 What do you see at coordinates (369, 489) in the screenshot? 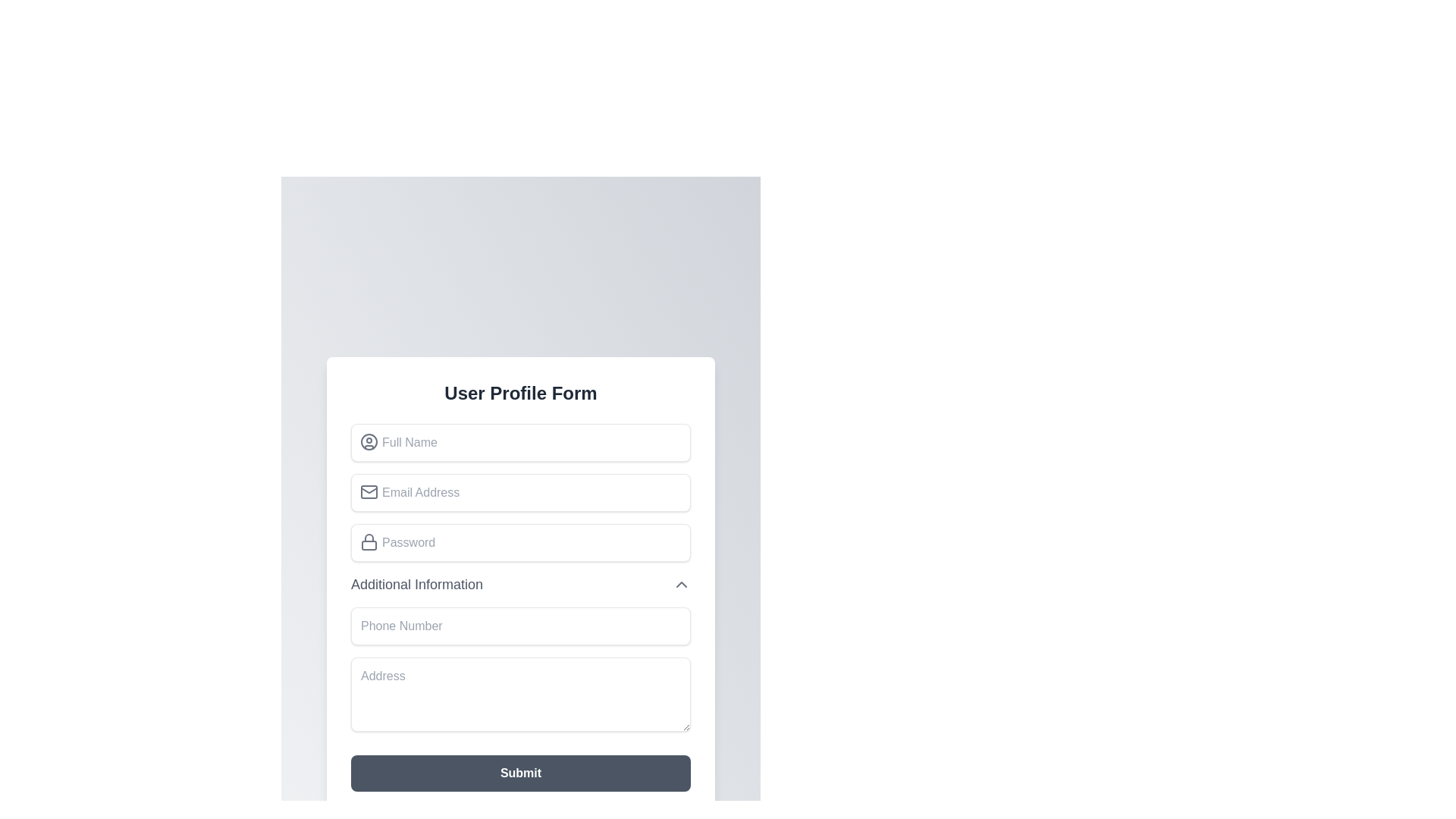
I see `the decorative envelope icon component located inside the SVG graphic to the left of the 'Email Address' text input field in the user profile form` at bounding box center [369, 489].